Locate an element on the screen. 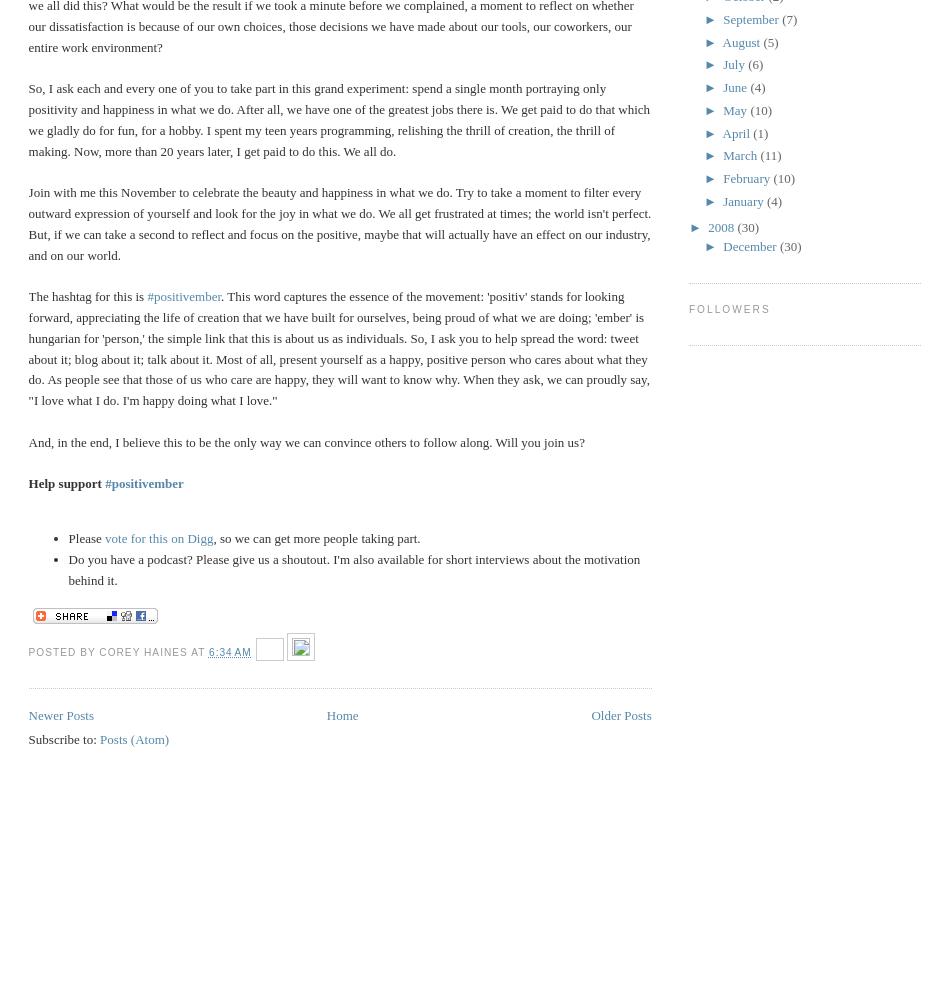 Image resolution: width=950 pixels, height=1000 pixels. 'Posted by' is located at coordinates (28, 651).